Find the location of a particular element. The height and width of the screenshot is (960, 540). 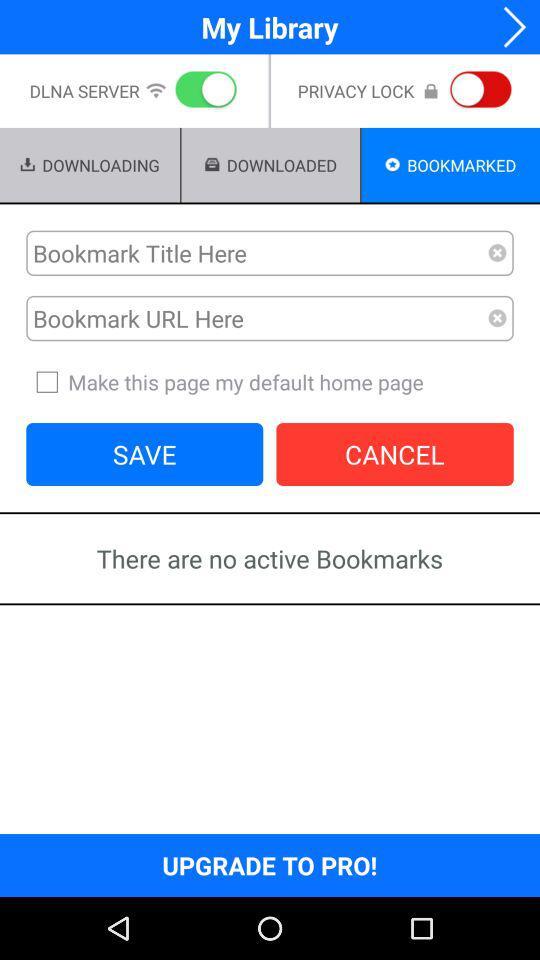

the close icon is located at coordinates (496, 340).